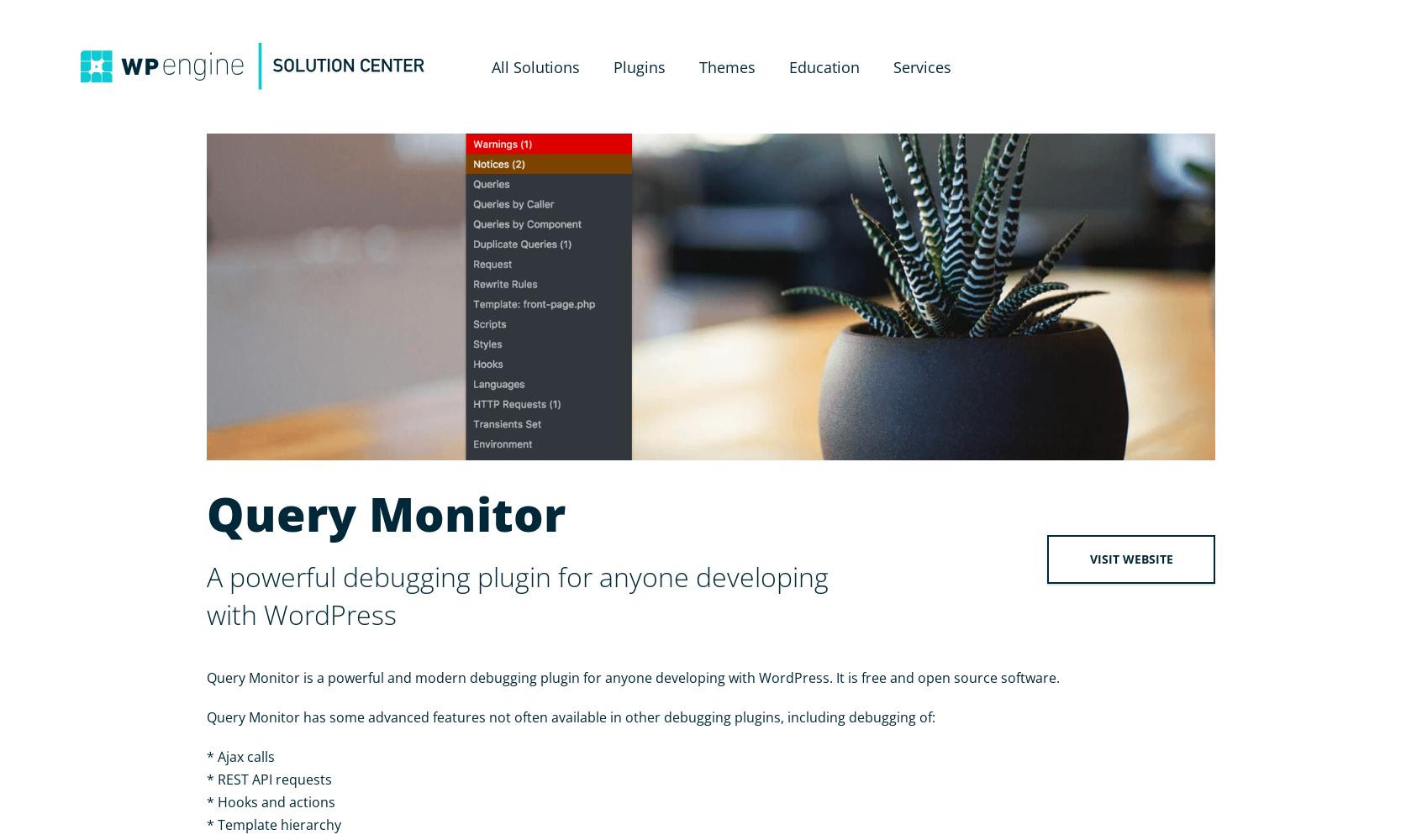 Image resolution: width=1422 pixels, height=840 pixels. Describe the element at coordinates (240, 757) in the screenshot. I see `'* Ajax calls'` at that location.